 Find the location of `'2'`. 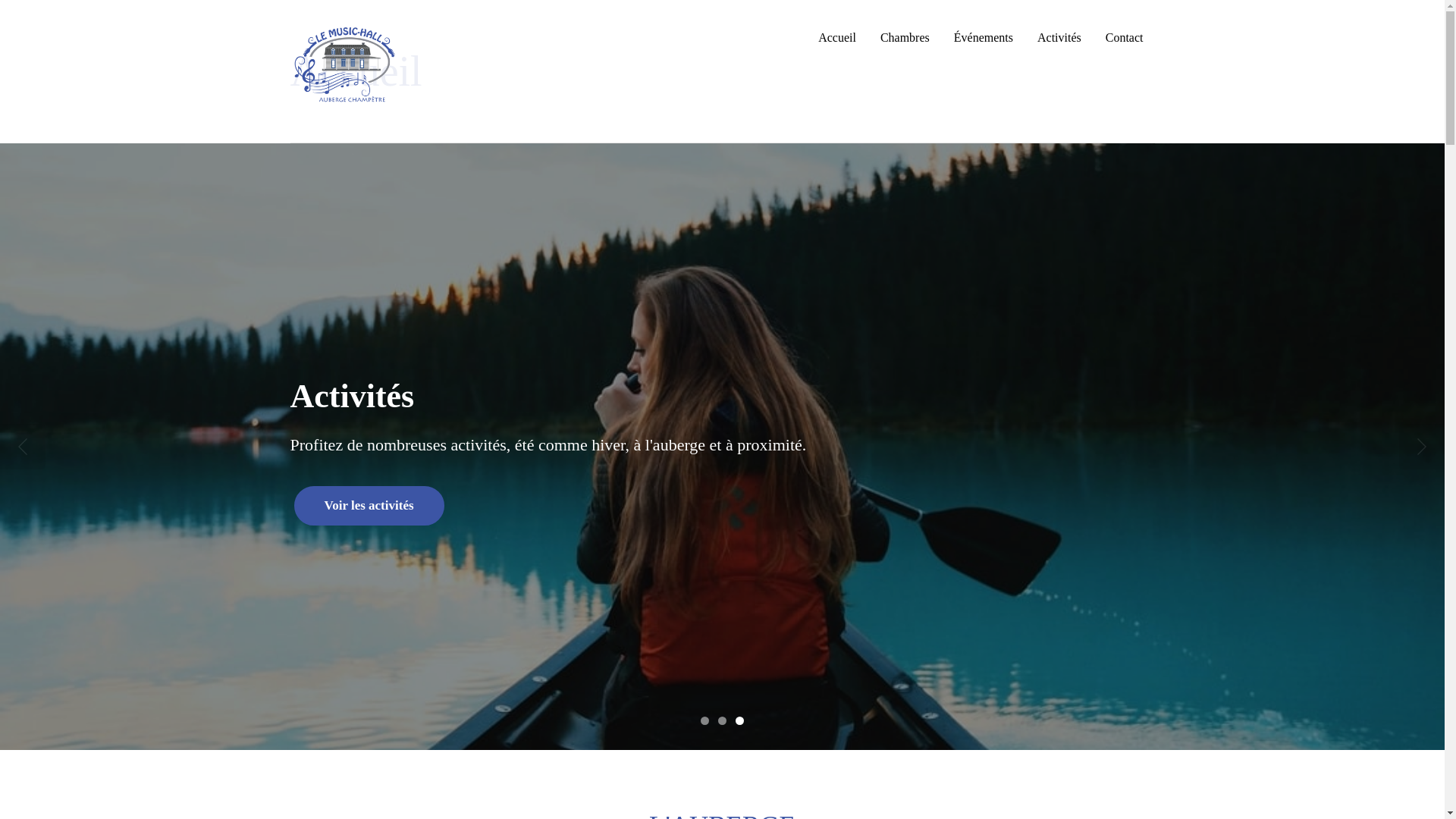

'2' is located at coordinates (717, 720).